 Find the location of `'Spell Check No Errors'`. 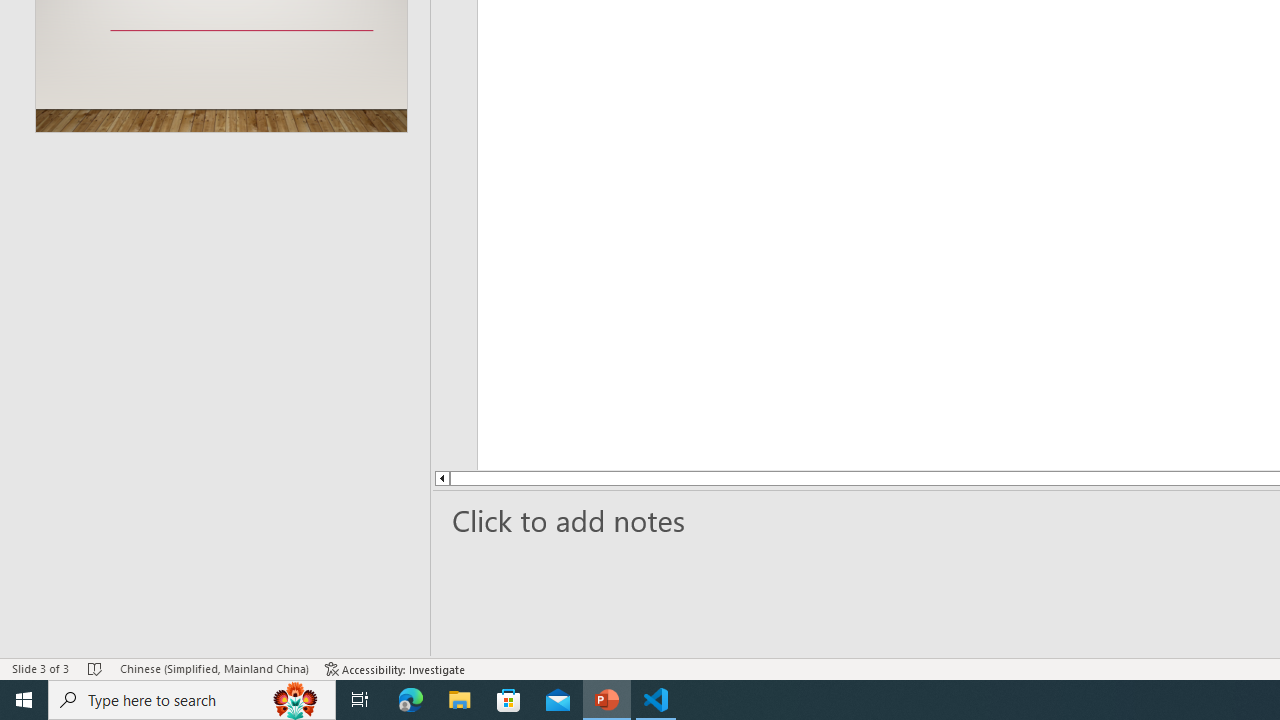

'Spell Check No Errors' is located at coordinates (95, 669).